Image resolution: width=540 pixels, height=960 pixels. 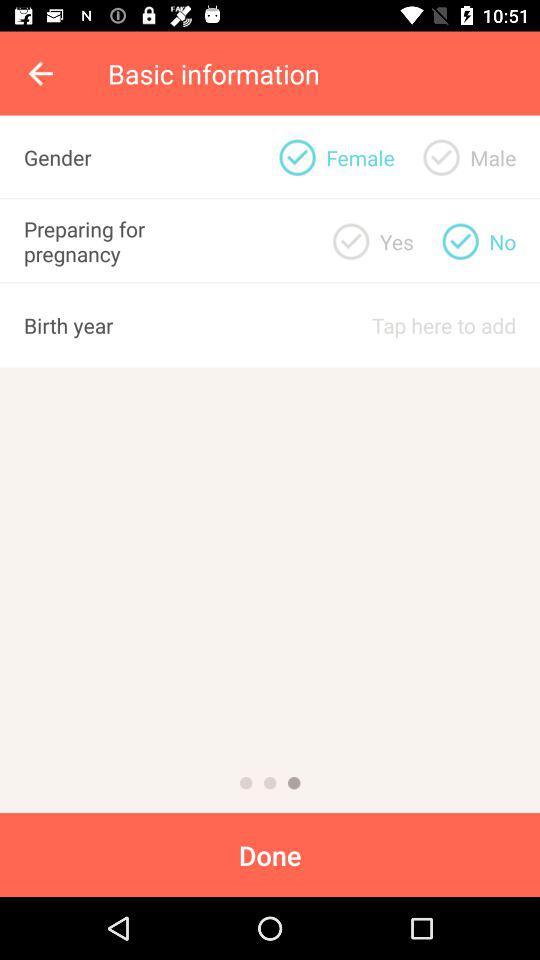 I want to click on icon to the right of yes item, so click(x=492, y=156).